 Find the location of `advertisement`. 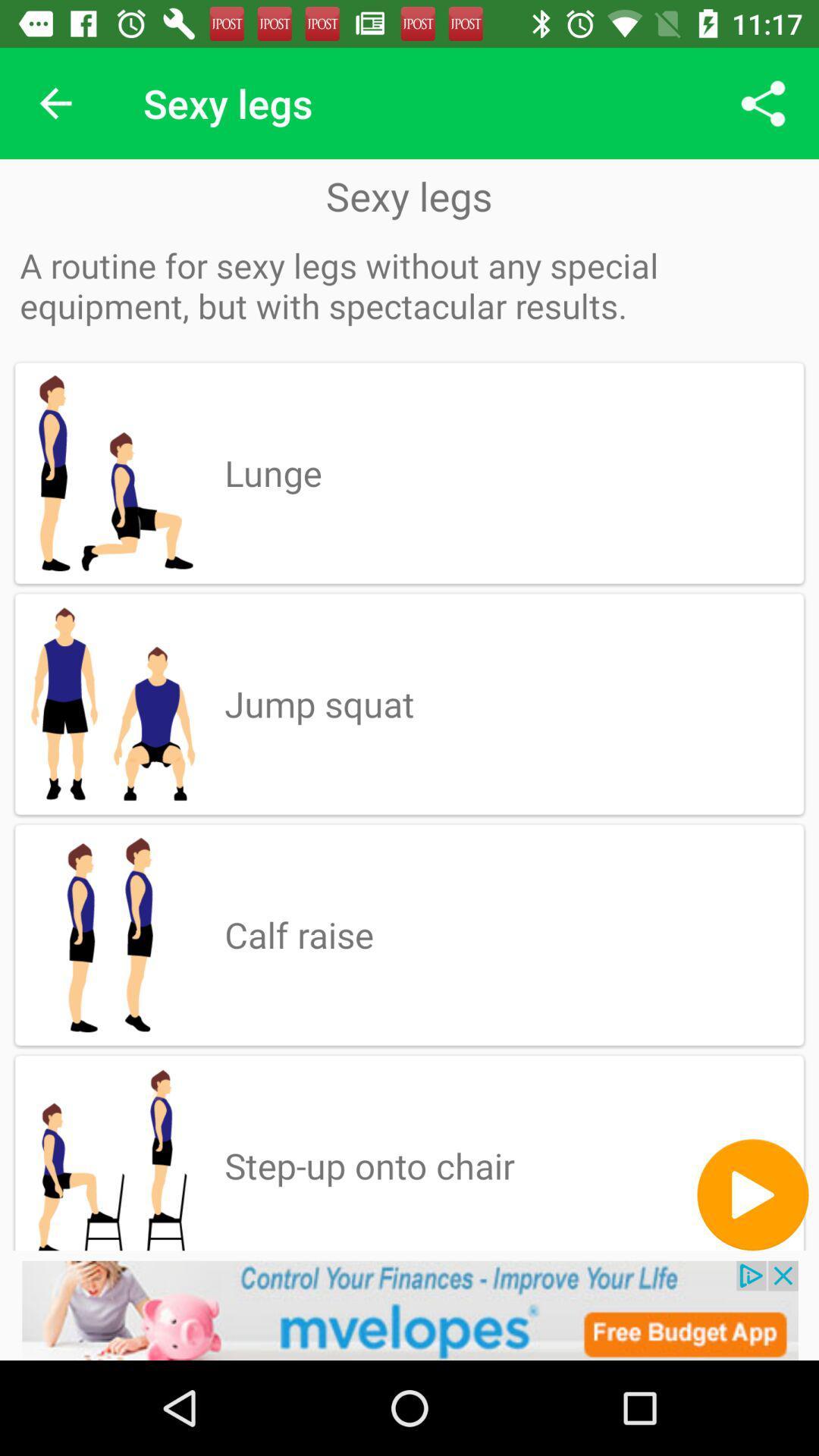

advertisement is located at coordinates (409, 1310).